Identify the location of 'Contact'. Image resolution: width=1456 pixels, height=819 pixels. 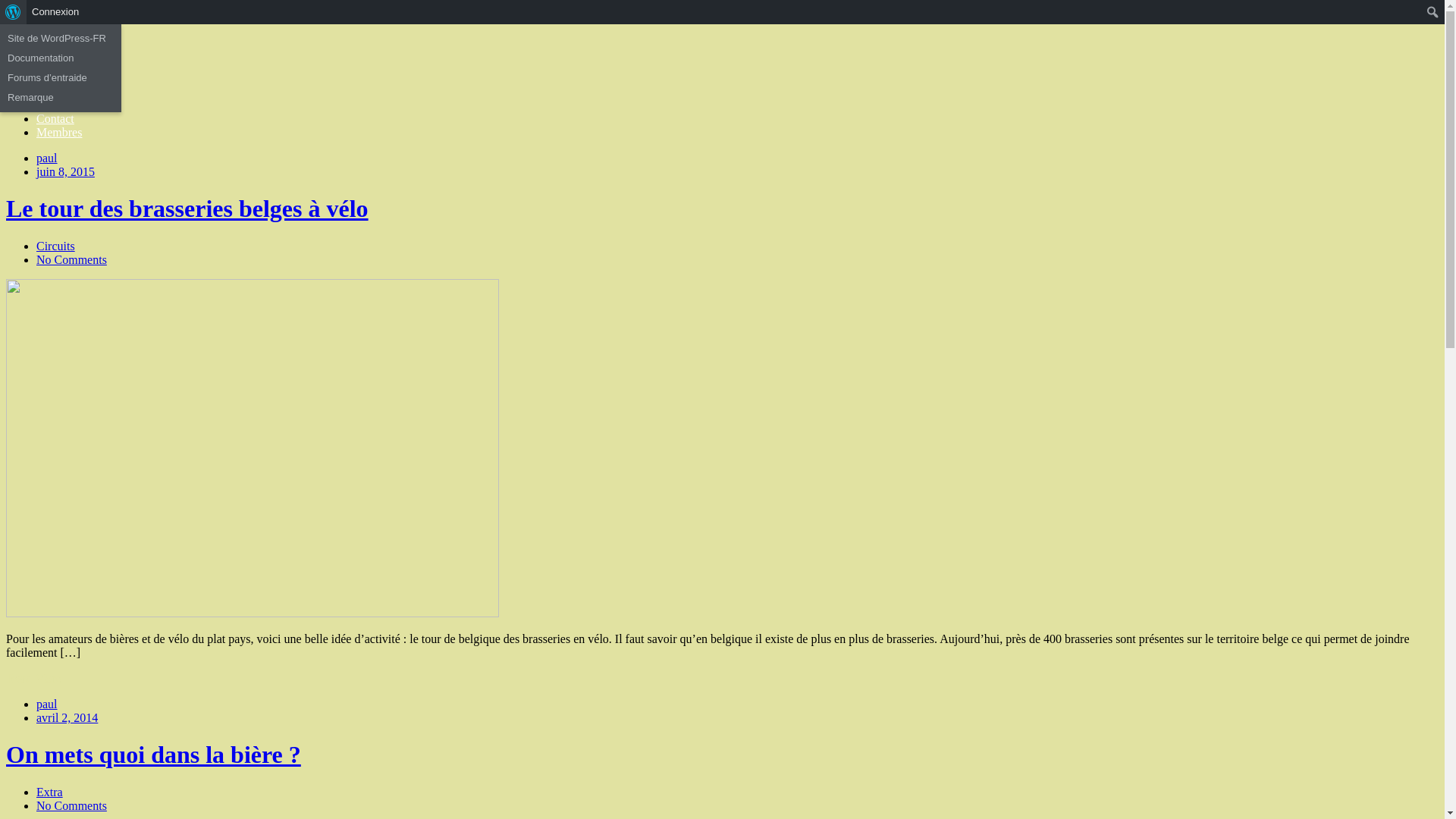
(55, 118).